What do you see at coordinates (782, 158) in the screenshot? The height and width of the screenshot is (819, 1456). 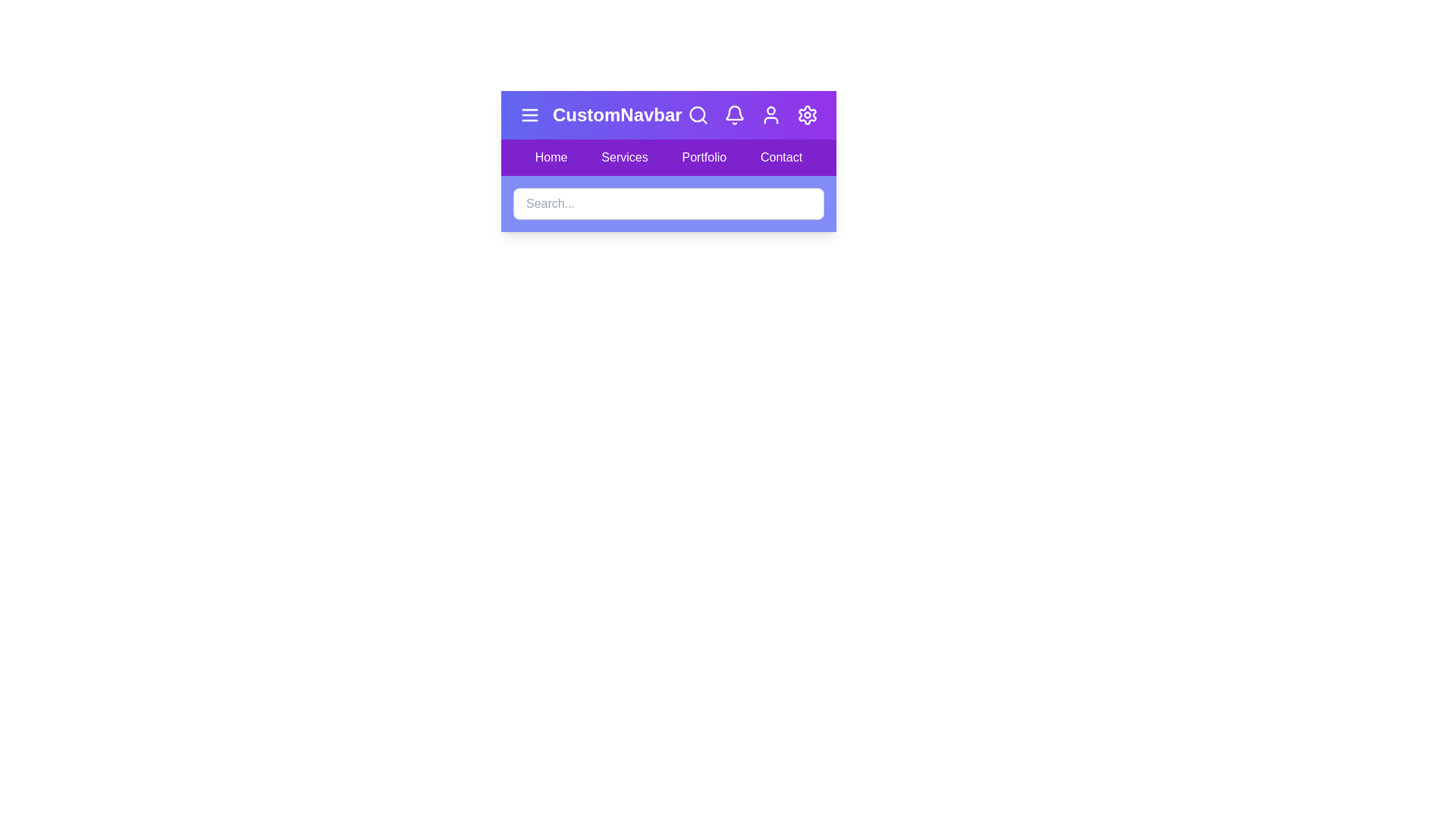 I see `the navigation link Contact` at bounding box center [782, 158].